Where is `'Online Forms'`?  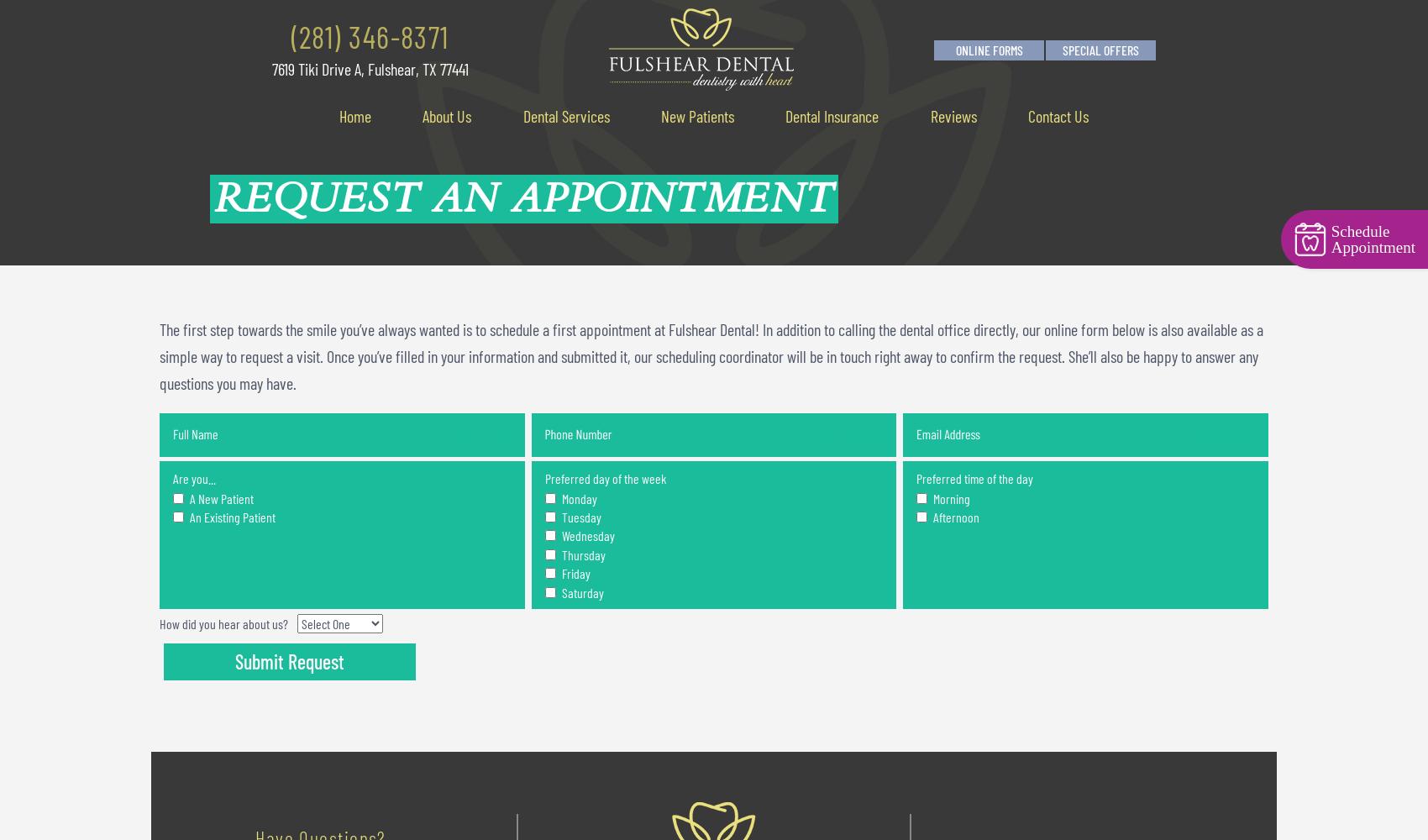 'Online Forms' is located at coordinates (988, 50).